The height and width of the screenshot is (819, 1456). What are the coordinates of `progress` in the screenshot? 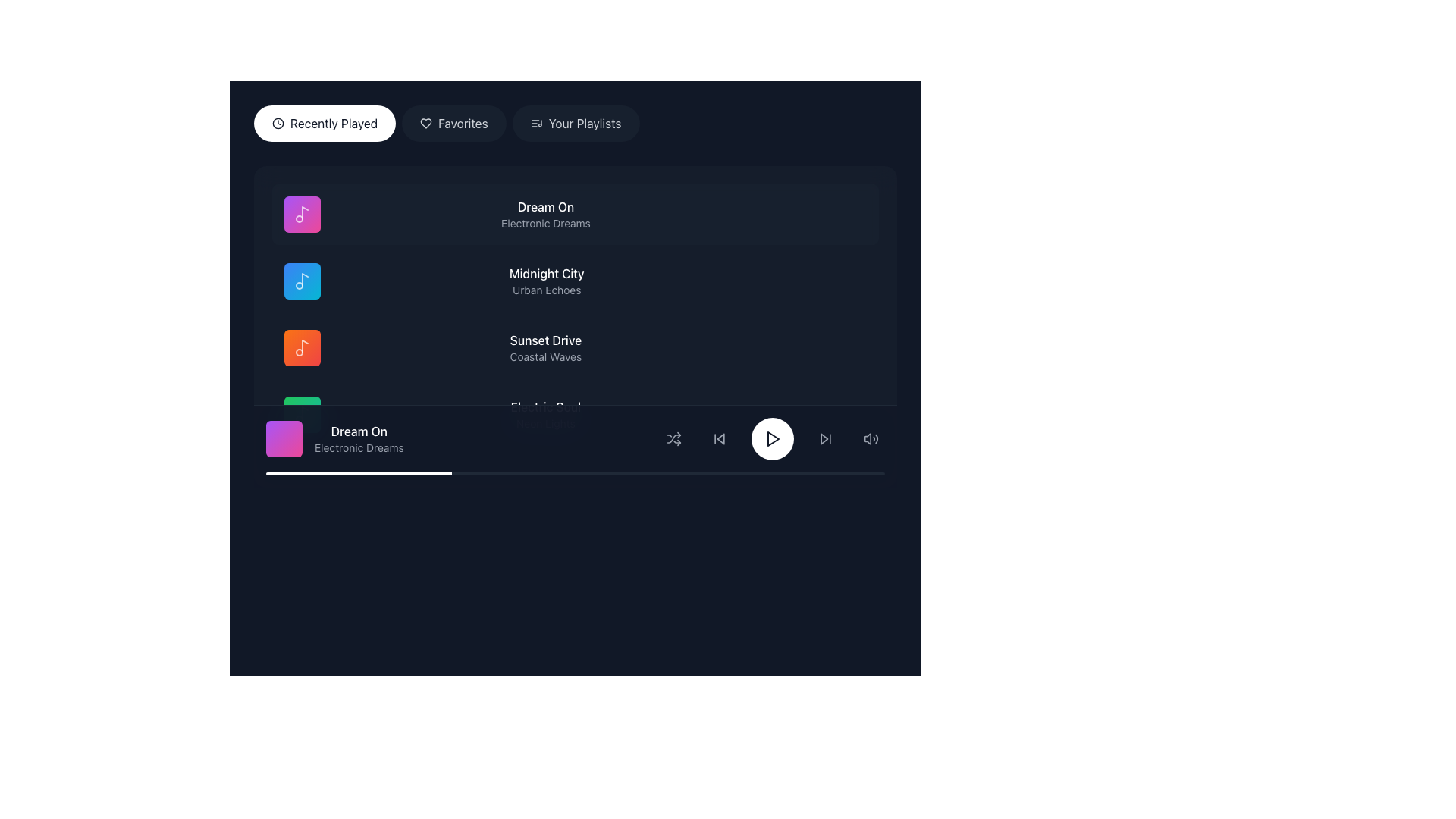 It's located at (494, 472).